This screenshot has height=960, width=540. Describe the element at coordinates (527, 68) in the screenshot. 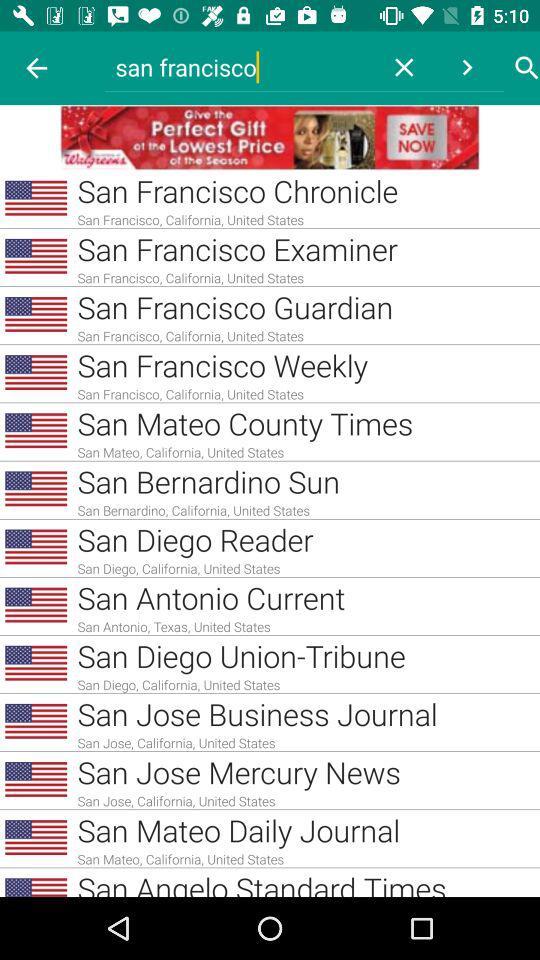

I see `click search button` at that location.